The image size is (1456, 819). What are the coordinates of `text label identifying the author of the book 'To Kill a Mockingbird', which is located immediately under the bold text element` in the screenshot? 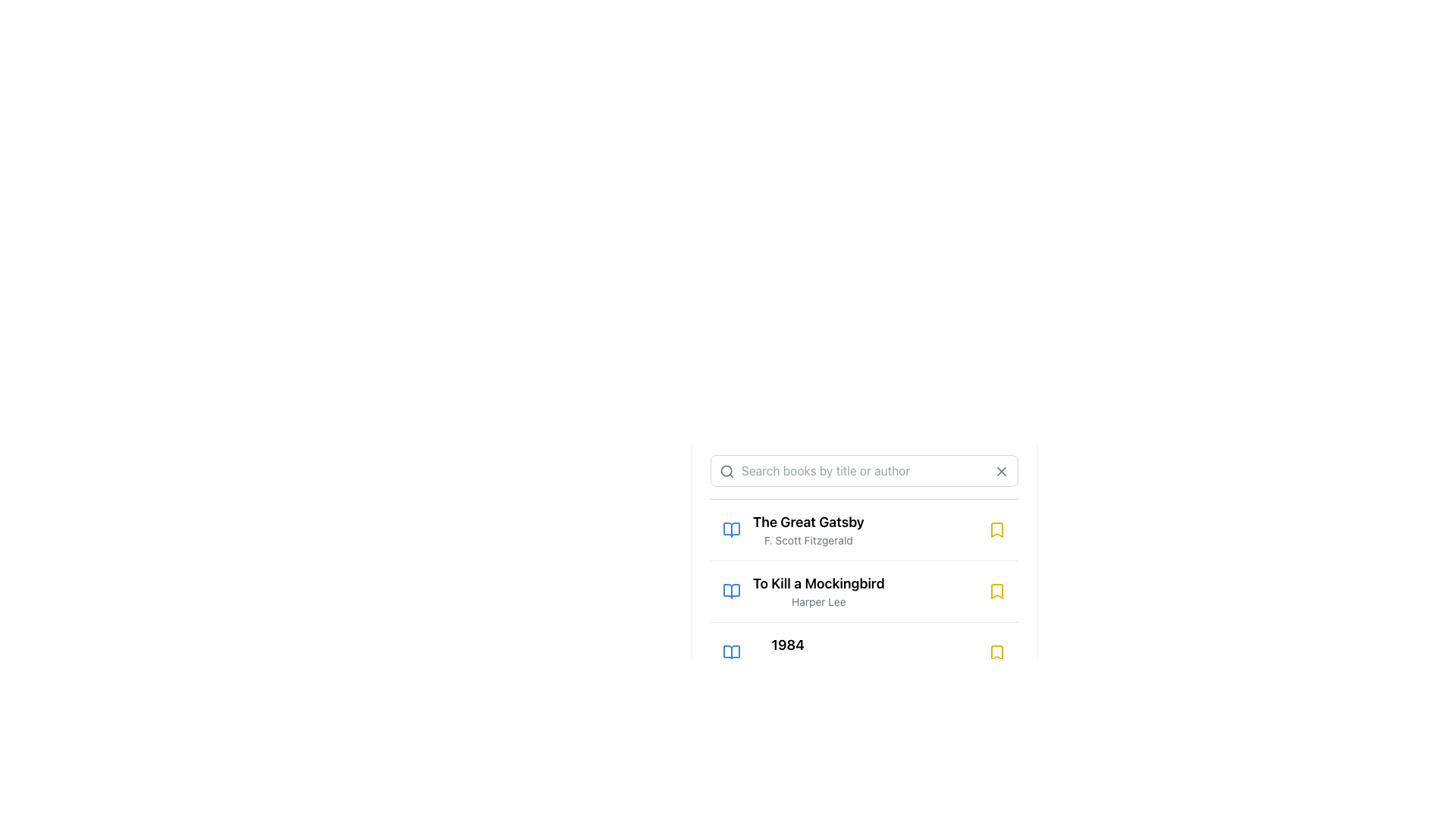 It's located at (817, 601).